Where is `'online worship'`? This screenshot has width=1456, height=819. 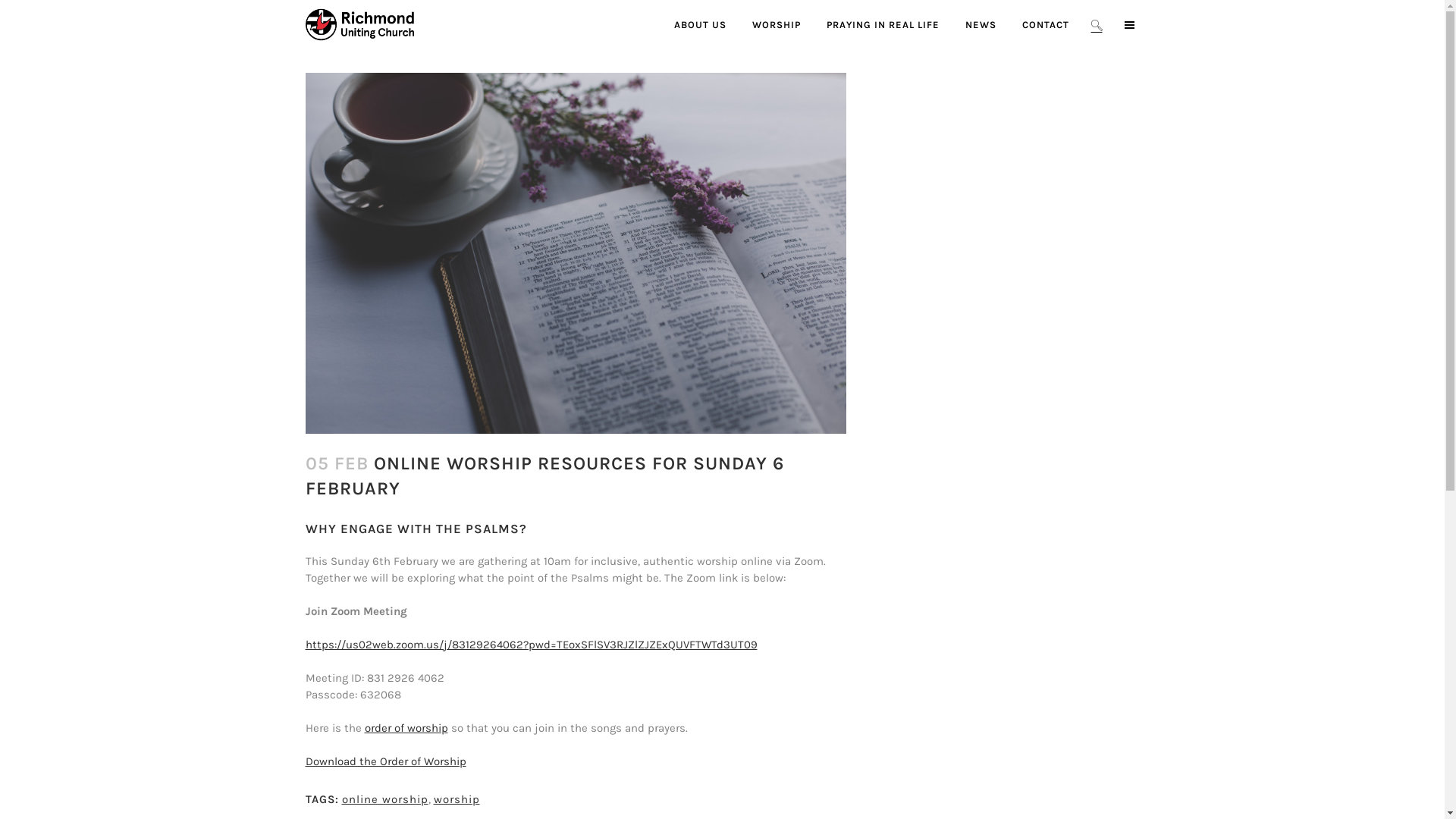 'online worship' is located at coordinates (340, 798).